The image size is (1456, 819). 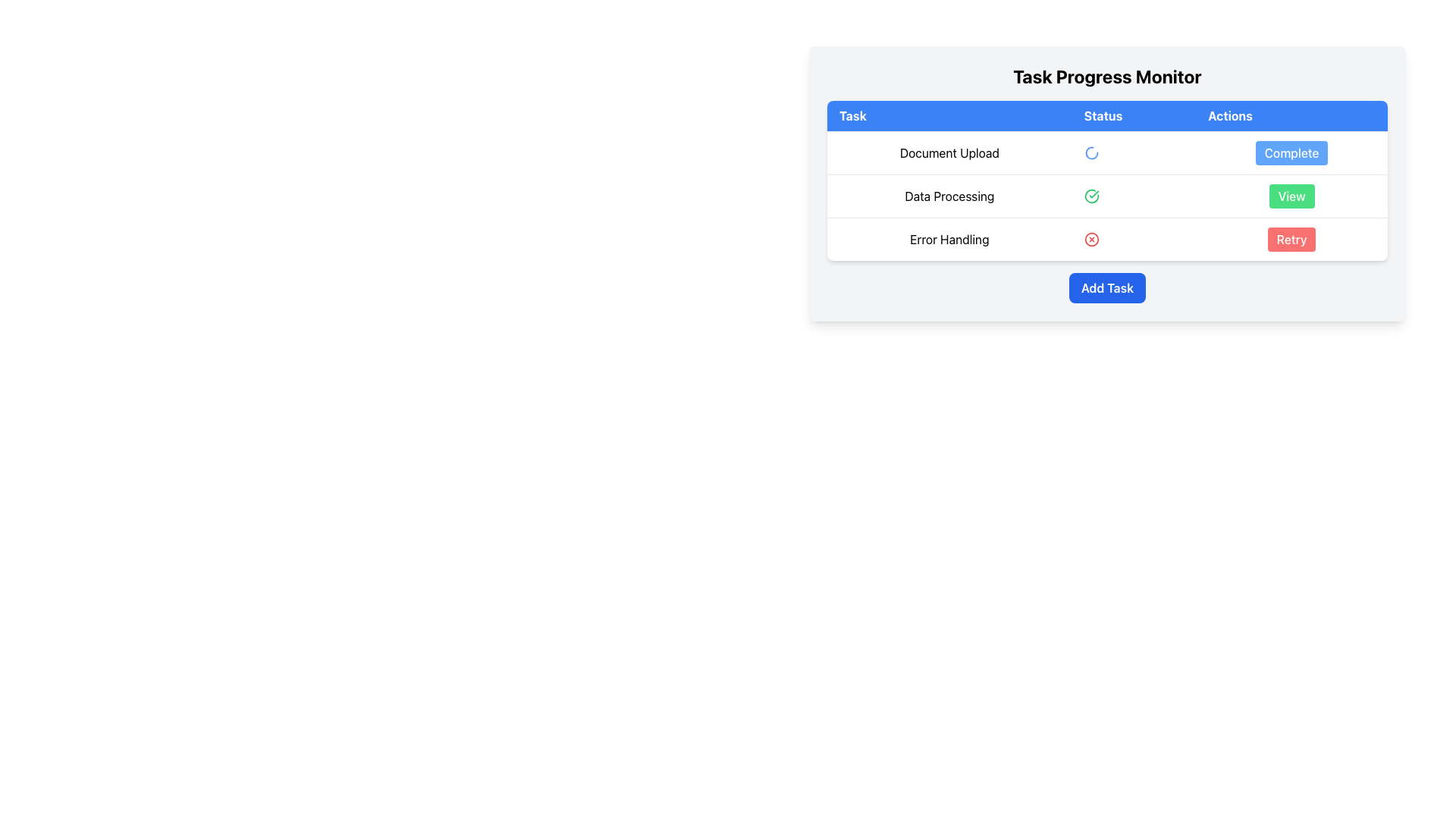 What do you see at coordinates (1291, 152) in the screenshot?
I see `the button in the 'Actions' column of the first row in the 'Task Progress Monitor' table to observe the background color change for the 'Document Upload' task` at bounding box center [1291, 152].